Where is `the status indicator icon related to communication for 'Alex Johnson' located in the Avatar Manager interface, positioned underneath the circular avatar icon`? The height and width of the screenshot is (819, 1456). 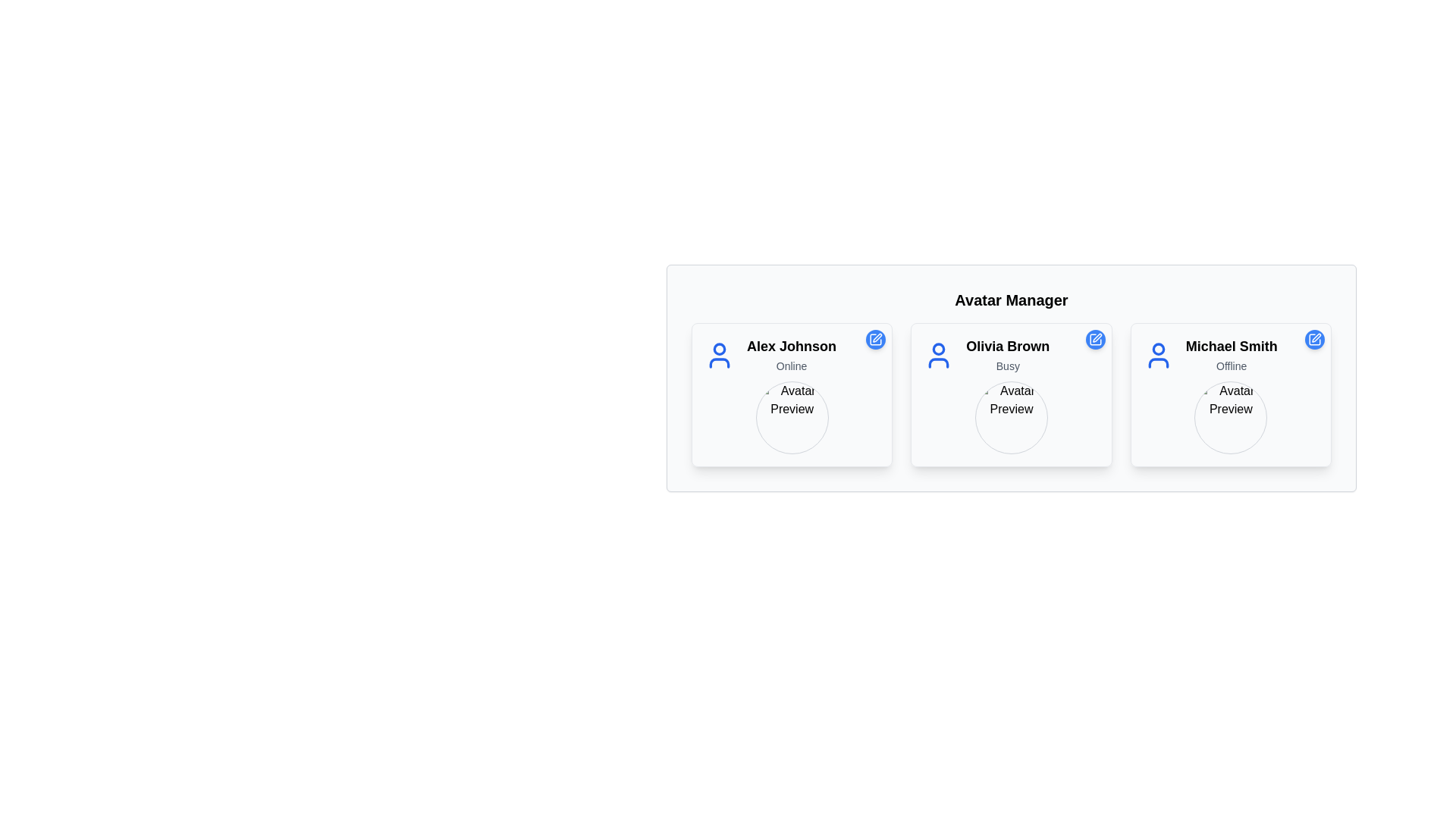
the status indicator icon related to communication for 'Alex Johnson' located in the Avatar Manager interface, positioned underneath the circular avatar icon is located at coordinates (719, 362).